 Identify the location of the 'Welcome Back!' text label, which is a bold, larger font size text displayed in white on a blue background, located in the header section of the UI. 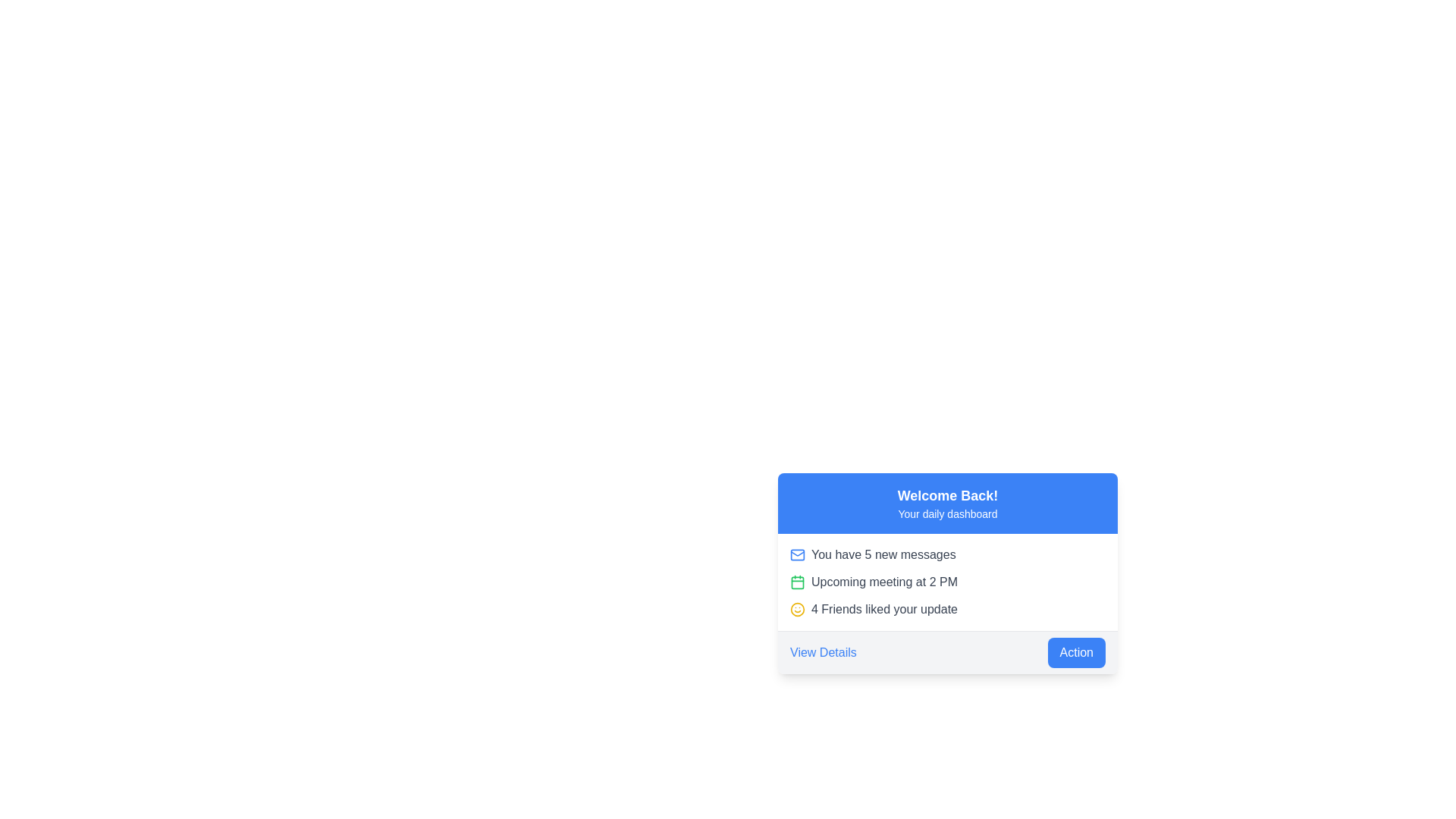
(946, 496).